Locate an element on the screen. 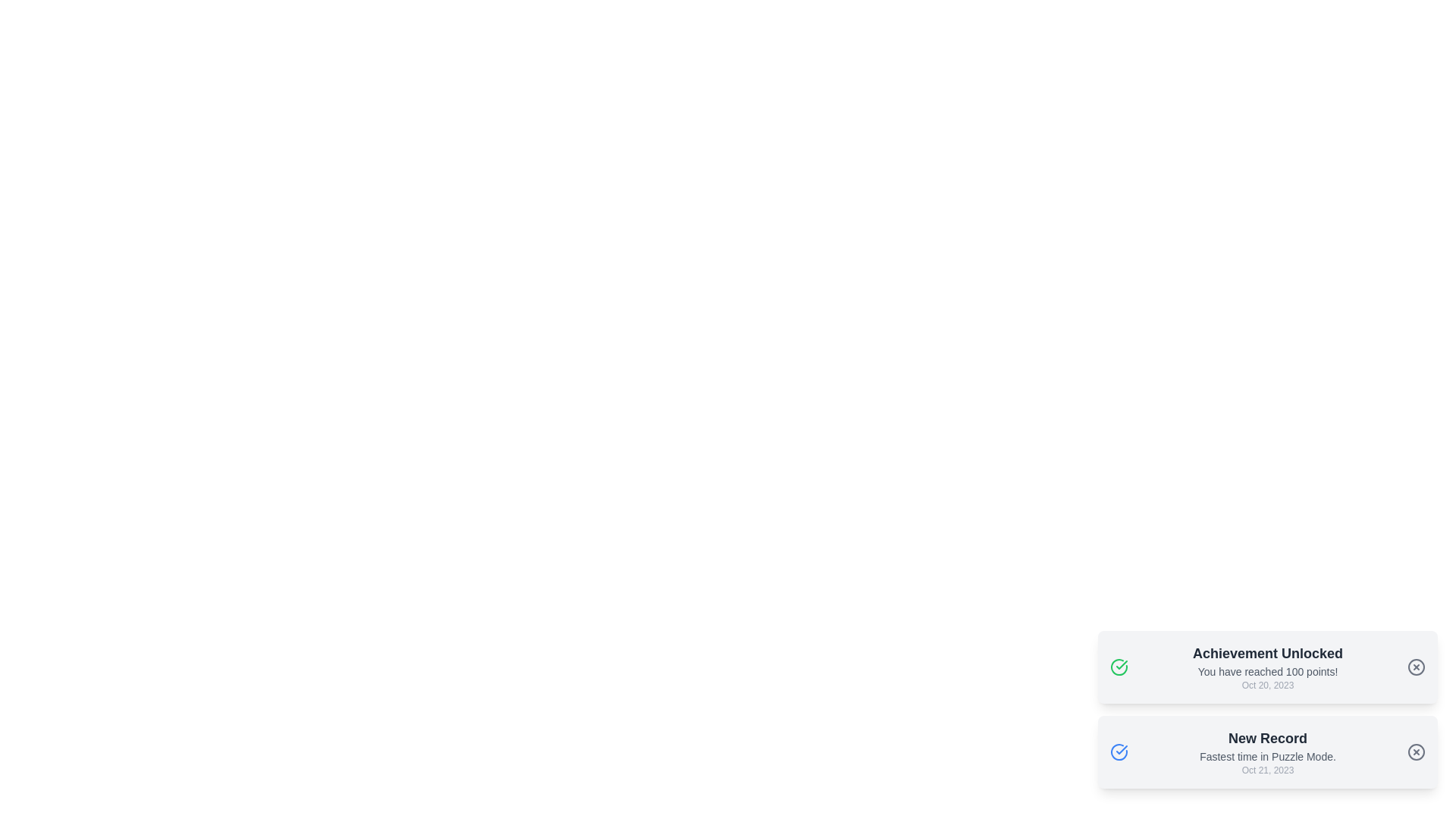  the text label at the top of the notification card, which emphasizes a new record or achievement is located at coordinates (1267, 738).